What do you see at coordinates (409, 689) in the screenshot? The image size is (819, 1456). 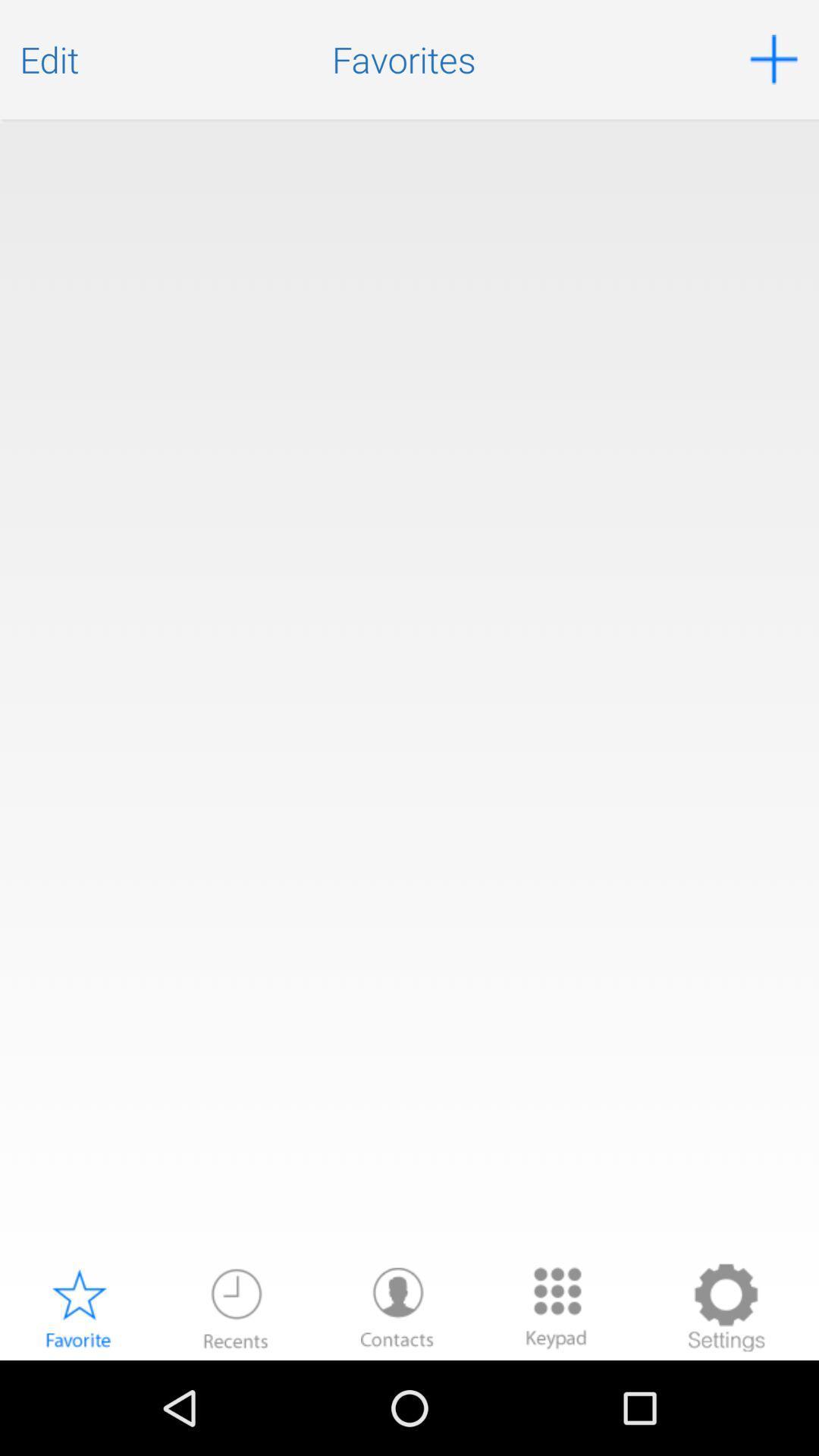 I see `the item at the center` at bounding box center [409, 689].